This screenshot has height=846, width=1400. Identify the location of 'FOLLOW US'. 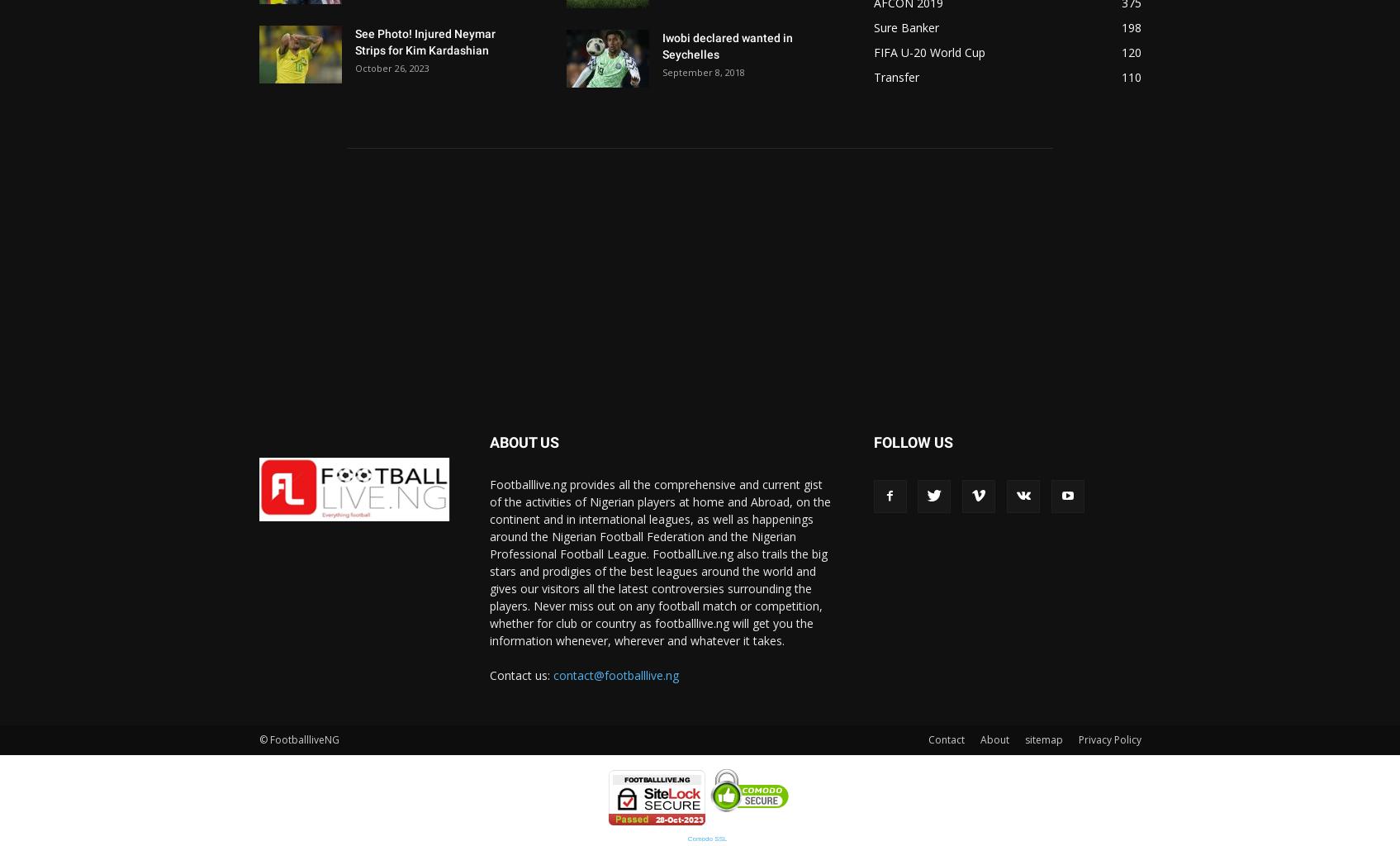
(912, 442).